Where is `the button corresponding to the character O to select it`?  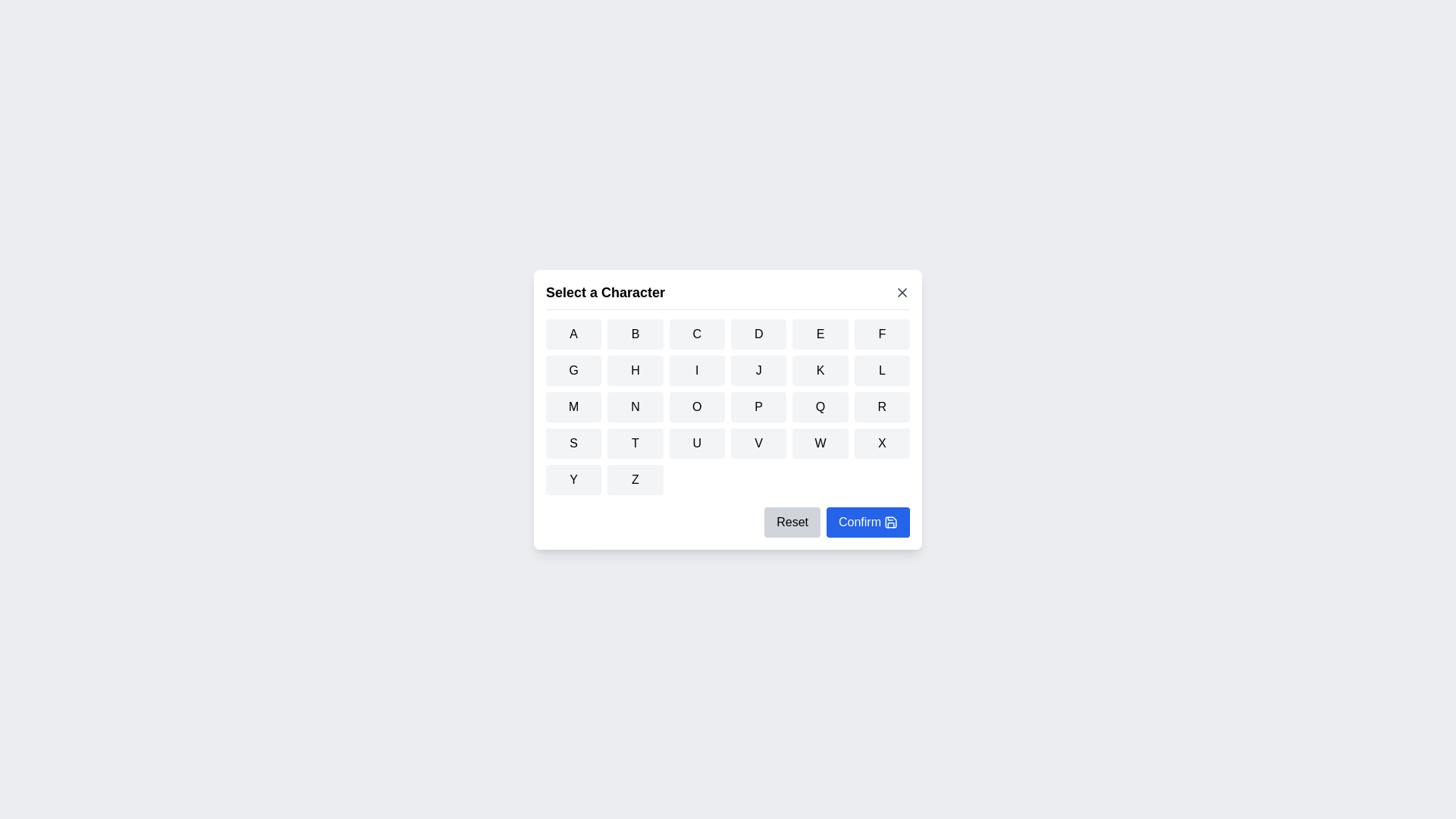
the button corresponding to the character O to select it is located at coordinates (695, 406).